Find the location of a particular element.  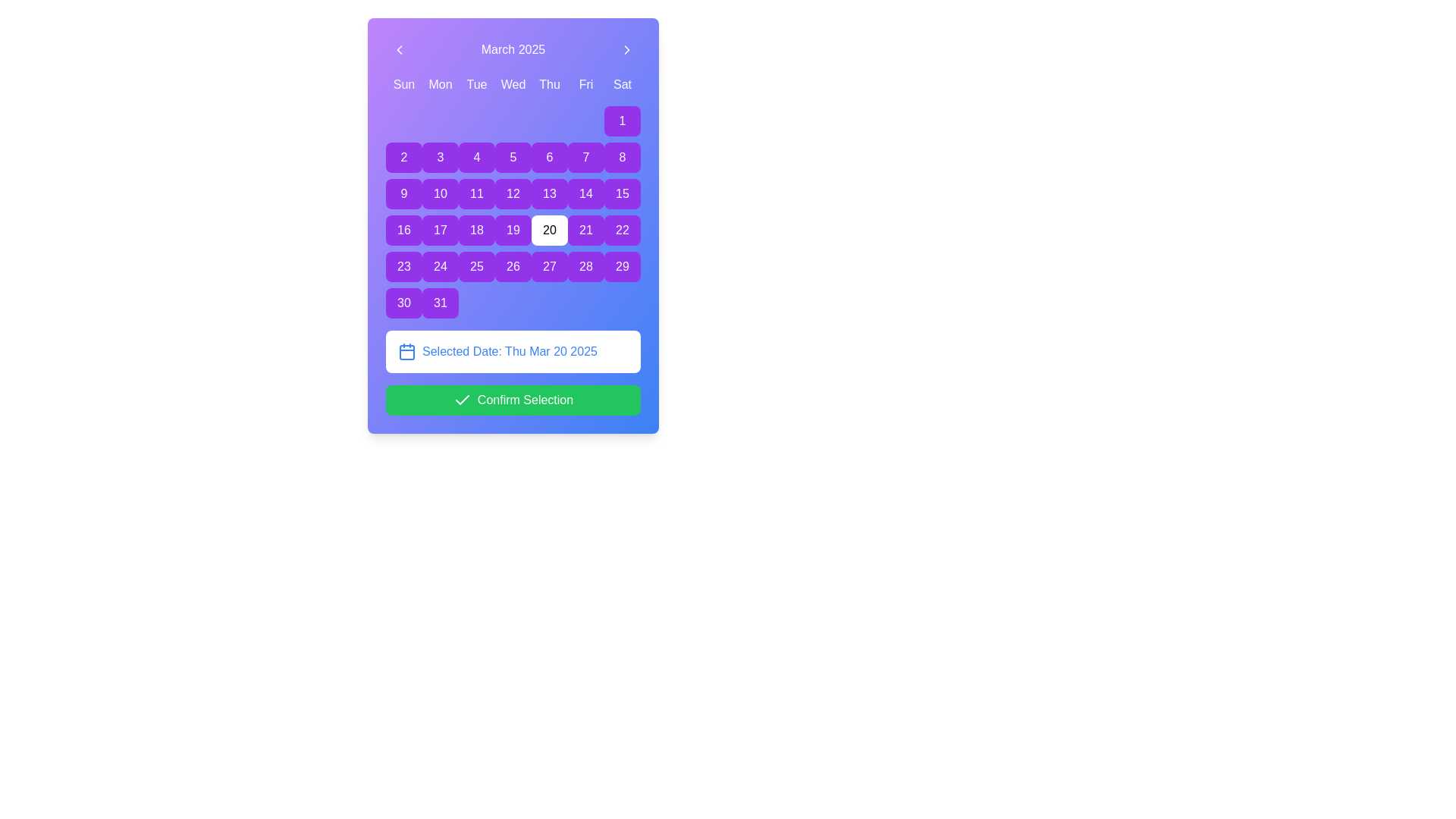

the date cell in the Calendar grid located below the 'March 2025' heading is located at coordinates (513, 212).